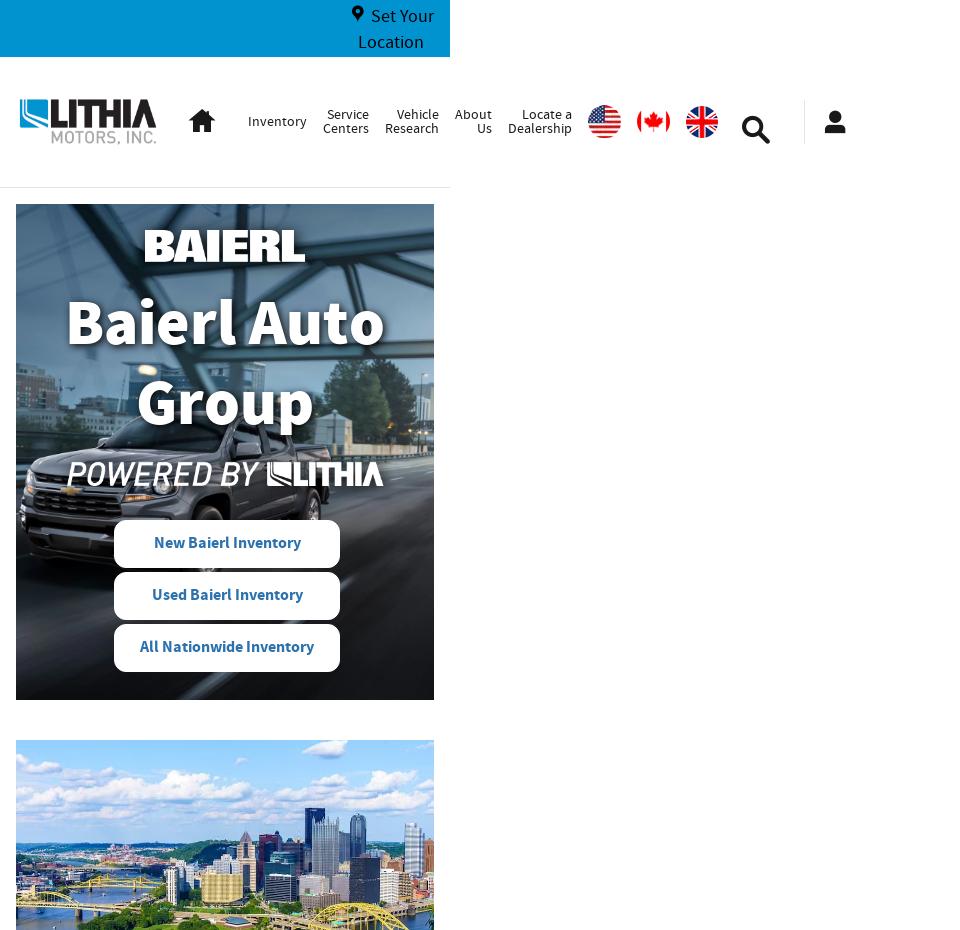 Image resolution: width=960 pixels, height=930 pixels. Describe the element at coordinates (64, 360) in the screenshot. I see `'Baierl Auto Group'` at that location.